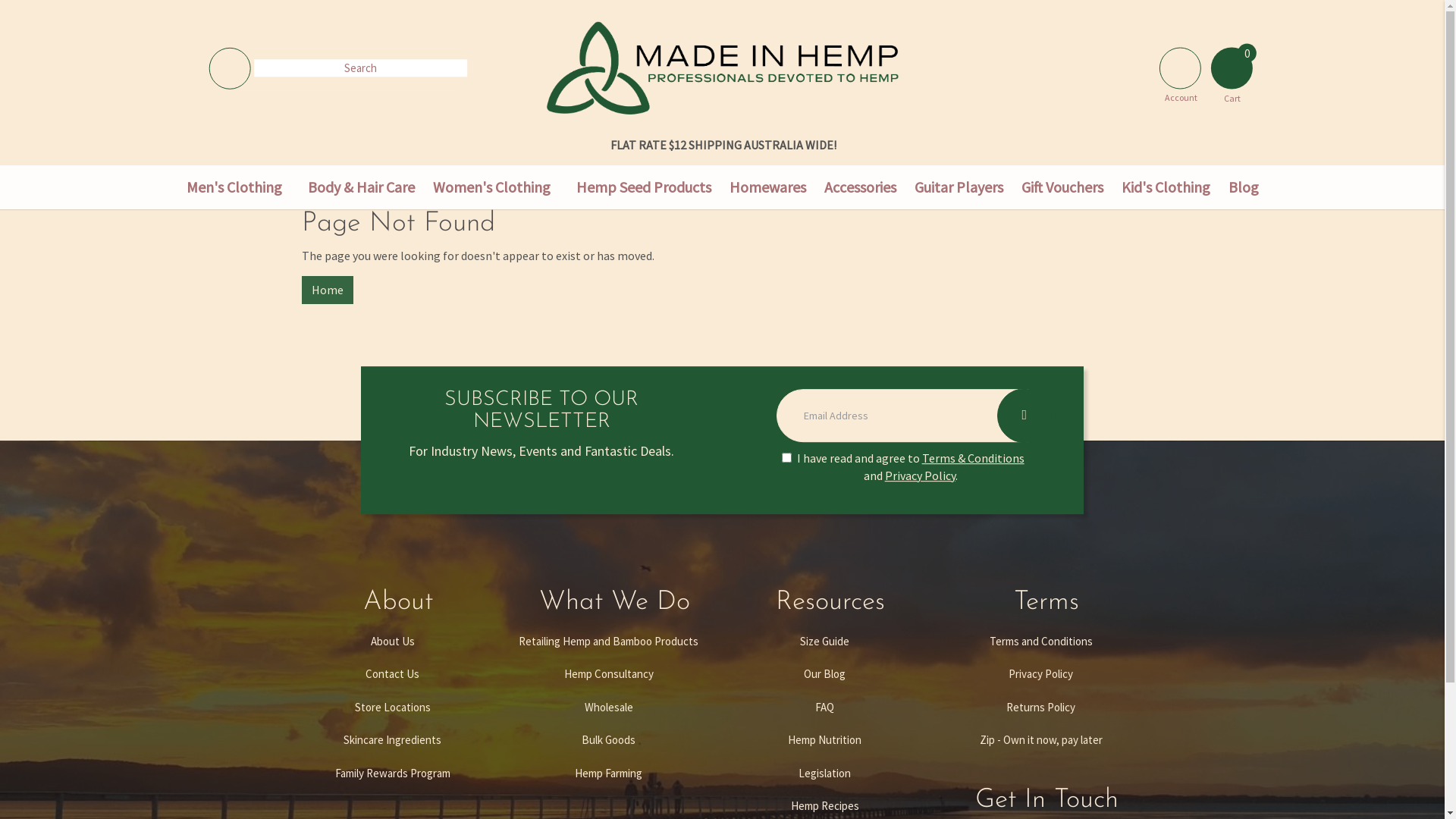  I want to click on 'Body & Hair Care', so click(360, 187).